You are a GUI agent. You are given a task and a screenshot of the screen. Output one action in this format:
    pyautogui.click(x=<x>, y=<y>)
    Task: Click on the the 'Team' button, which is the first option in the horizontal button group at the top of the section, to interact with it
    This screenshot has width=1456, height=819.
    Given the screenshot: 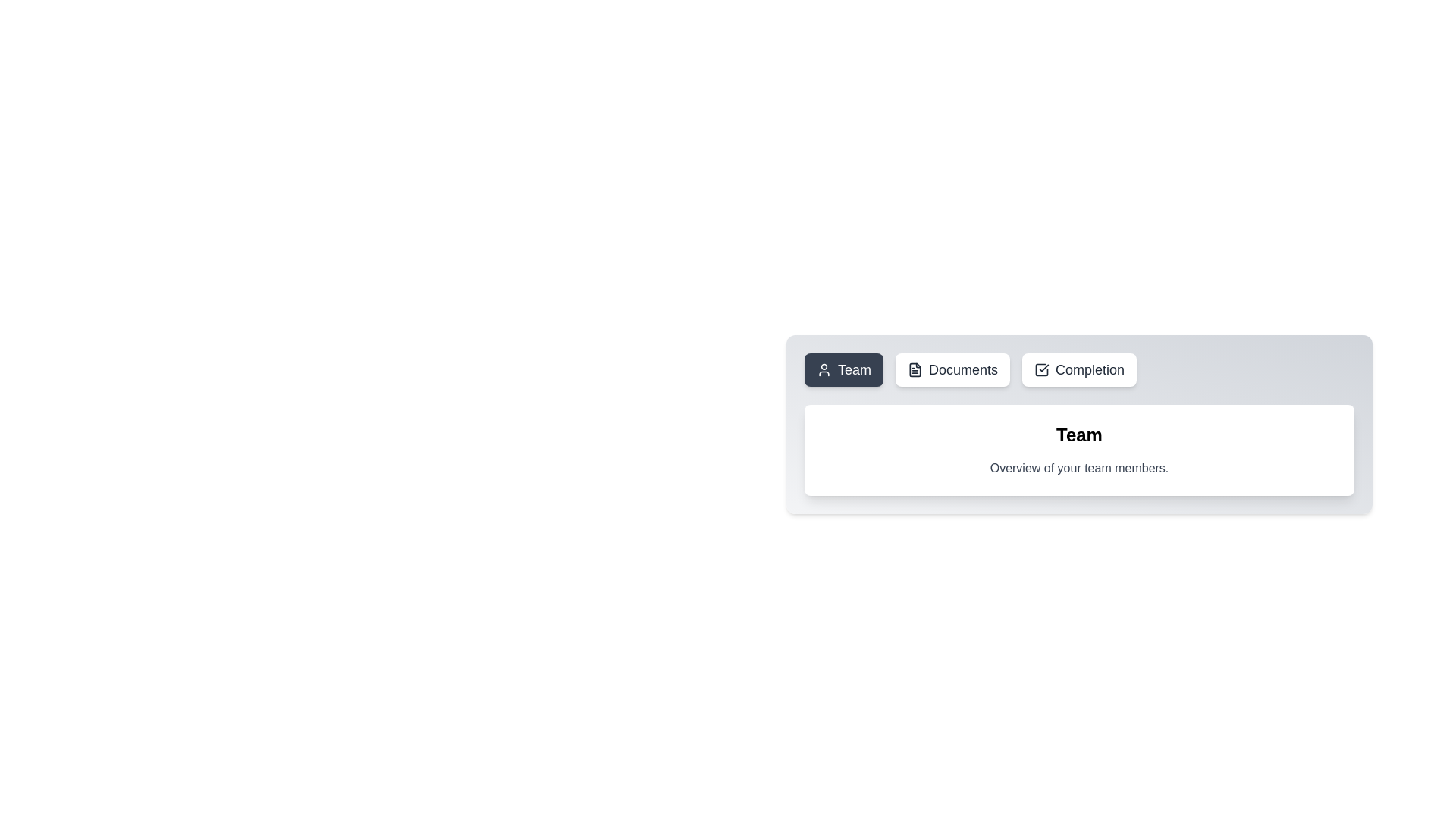 What is the action you would take?
    pyautogui.click(x=823, y=370)
    